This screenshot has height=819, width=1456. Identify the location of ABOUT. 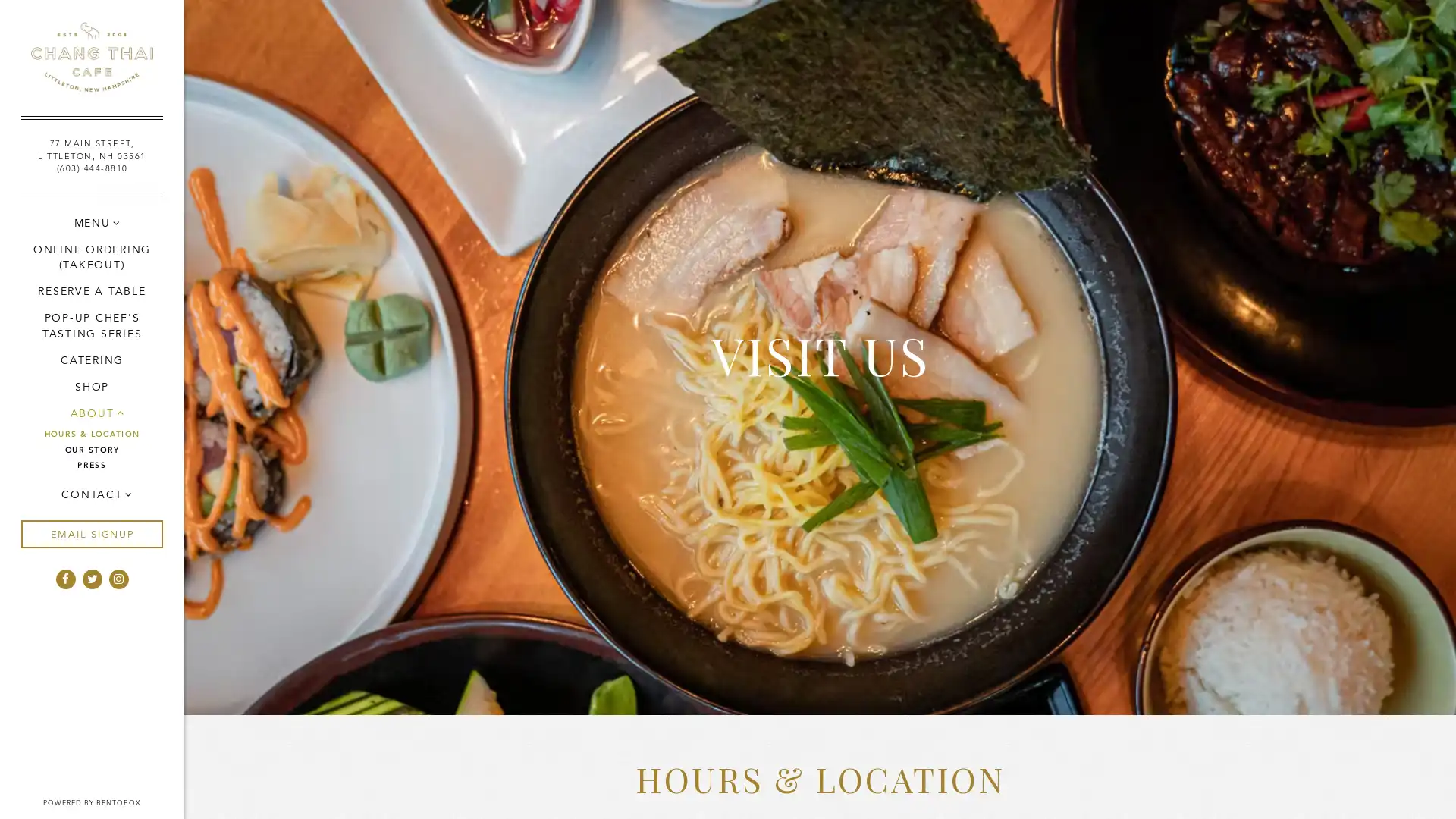
(90, 413).